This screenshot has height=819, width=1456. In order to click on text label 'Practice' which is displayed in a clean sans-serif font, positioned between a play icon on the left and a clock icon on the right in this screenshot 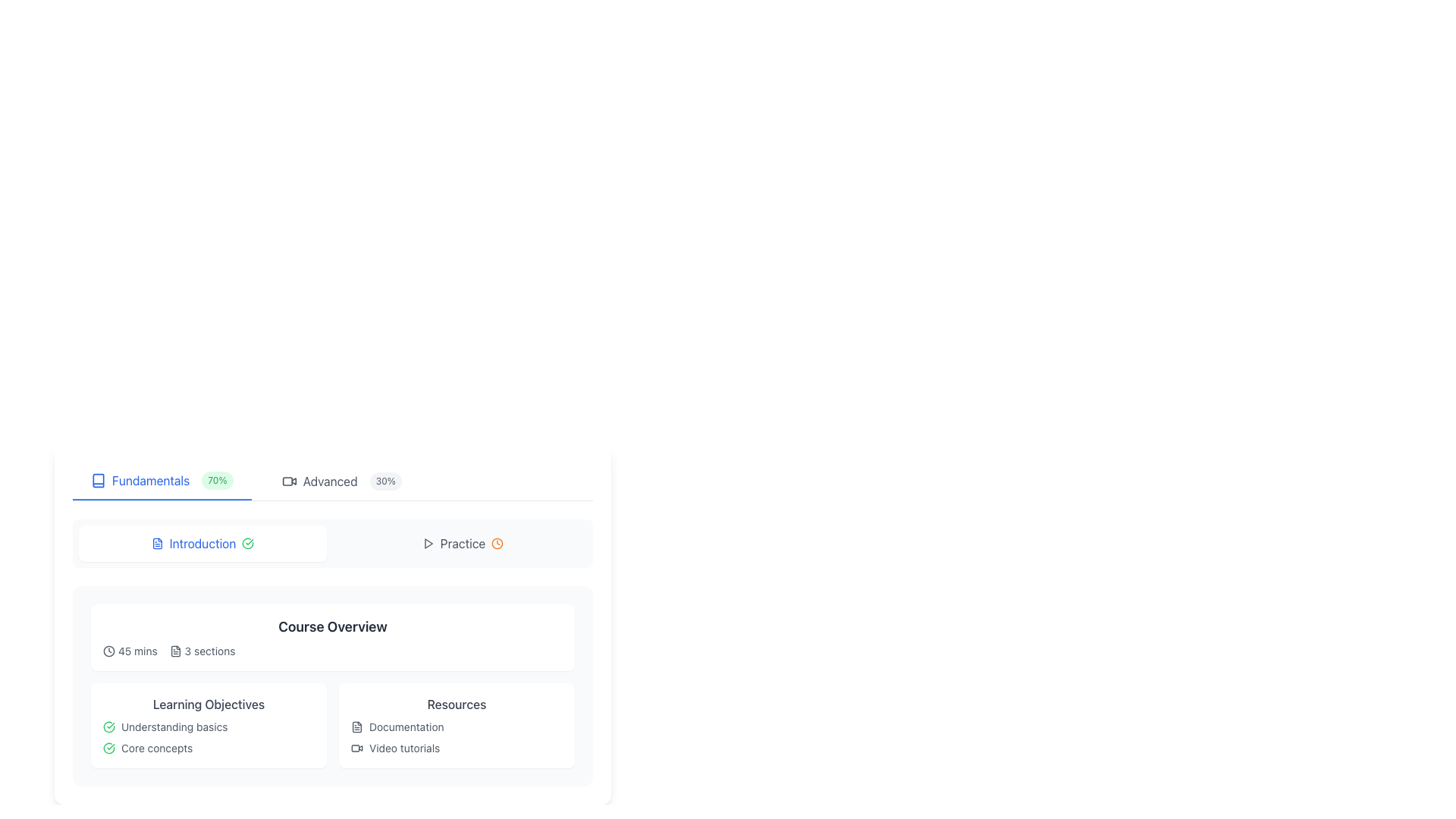, I will do `click(462, 543)`.